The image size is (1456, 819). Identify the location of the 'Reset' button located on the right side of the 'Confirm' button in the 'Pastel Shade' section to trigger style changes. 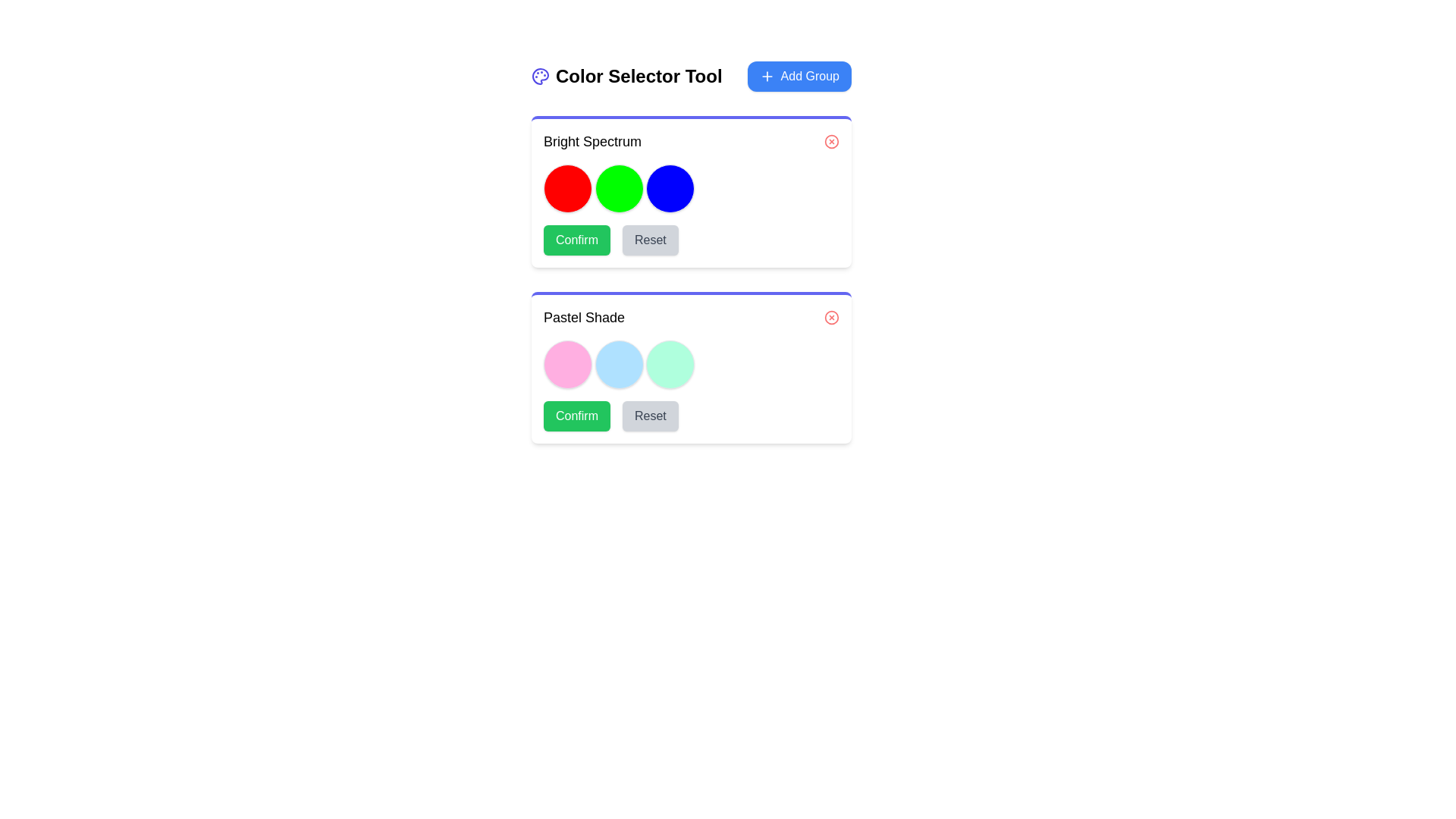
(650, 416).